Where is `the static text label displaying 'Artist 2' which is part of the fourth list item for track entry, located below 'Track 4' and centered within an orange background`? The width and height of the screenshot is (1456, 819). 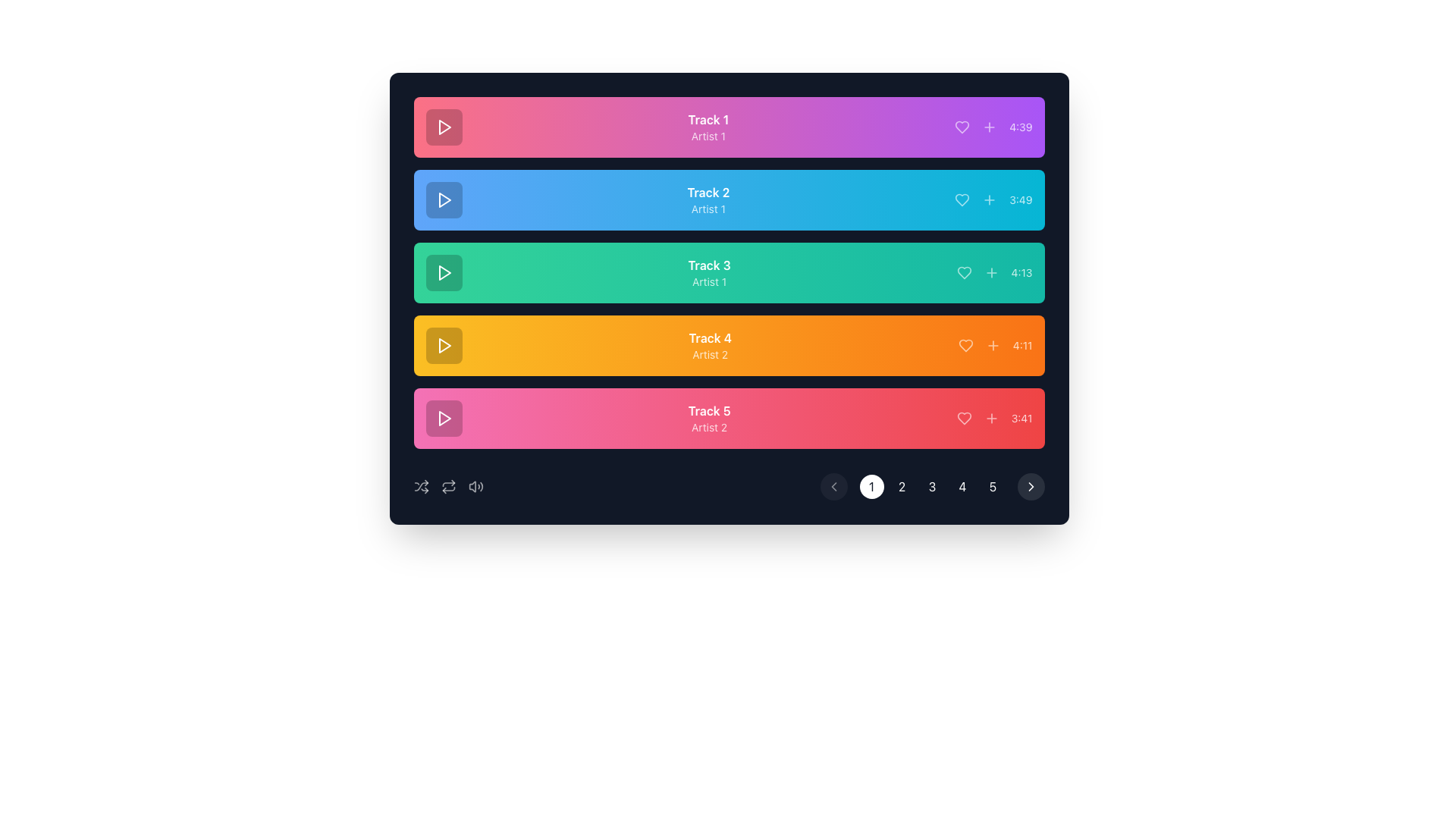 the static text label displaying 'Artist 2' which is part of the fourth list item for track entry, located below 'Track 4' and centered within an orange background is located at coordinates (709, 354).